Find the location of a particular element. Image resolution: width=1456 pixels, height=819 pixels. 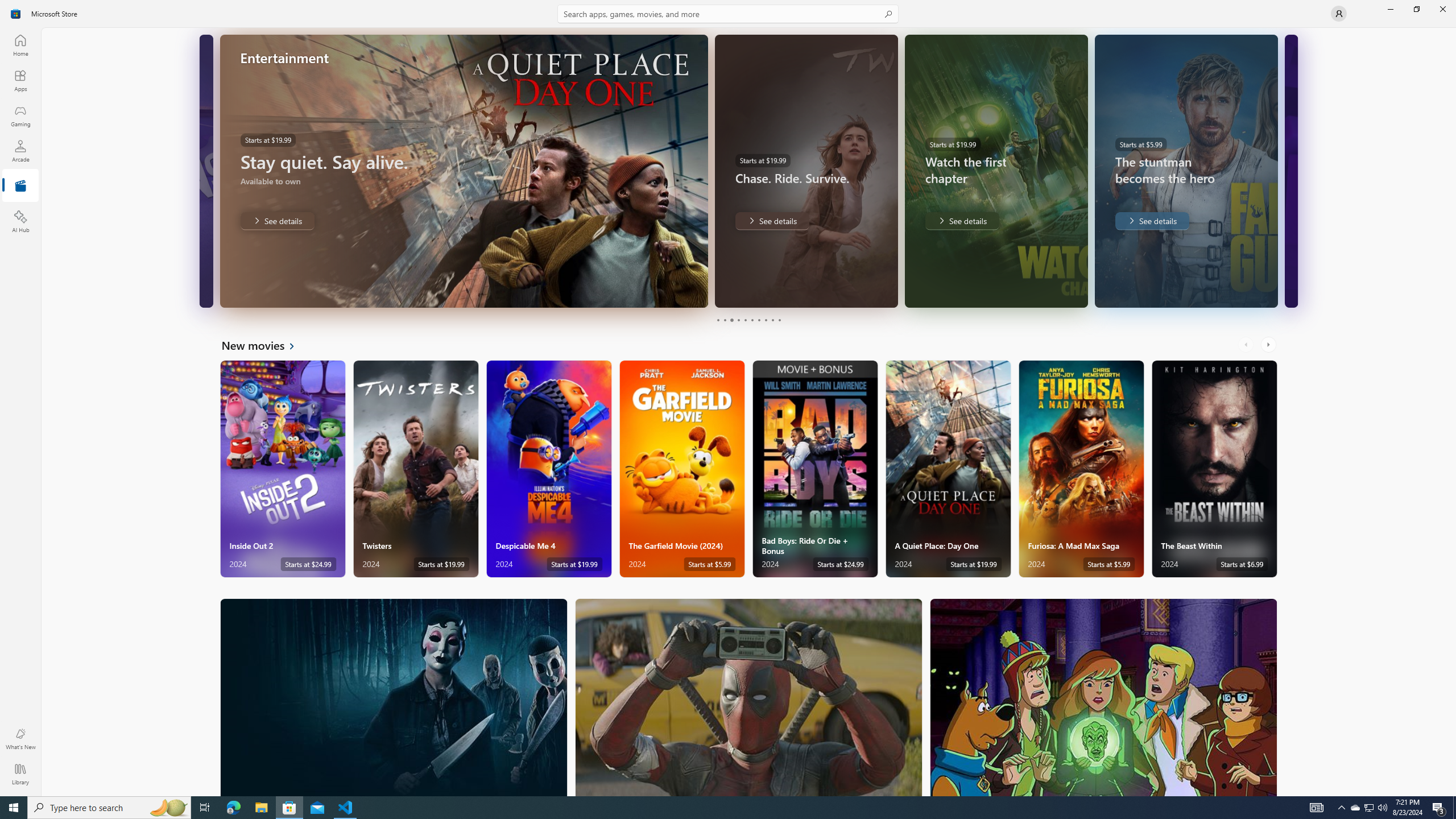

'Page 7' is located at coordinates (758, 320).